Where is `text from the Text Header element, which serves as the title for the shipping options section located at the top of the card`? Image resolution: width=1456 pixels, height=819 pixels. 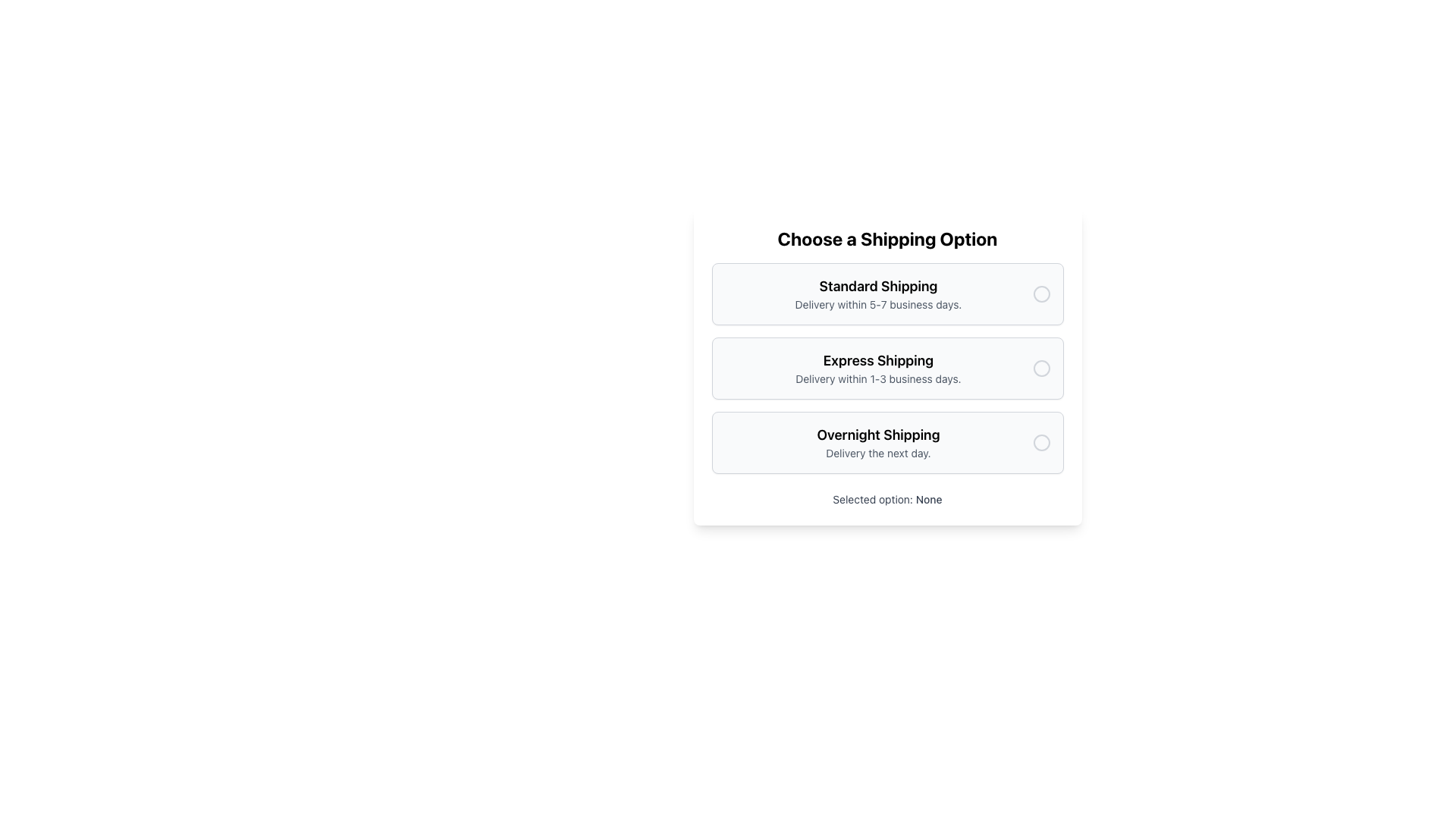 text from the Text Header element, which serves as the title for the shipping options section located at the top of the card is located at coordinates (887, 239).